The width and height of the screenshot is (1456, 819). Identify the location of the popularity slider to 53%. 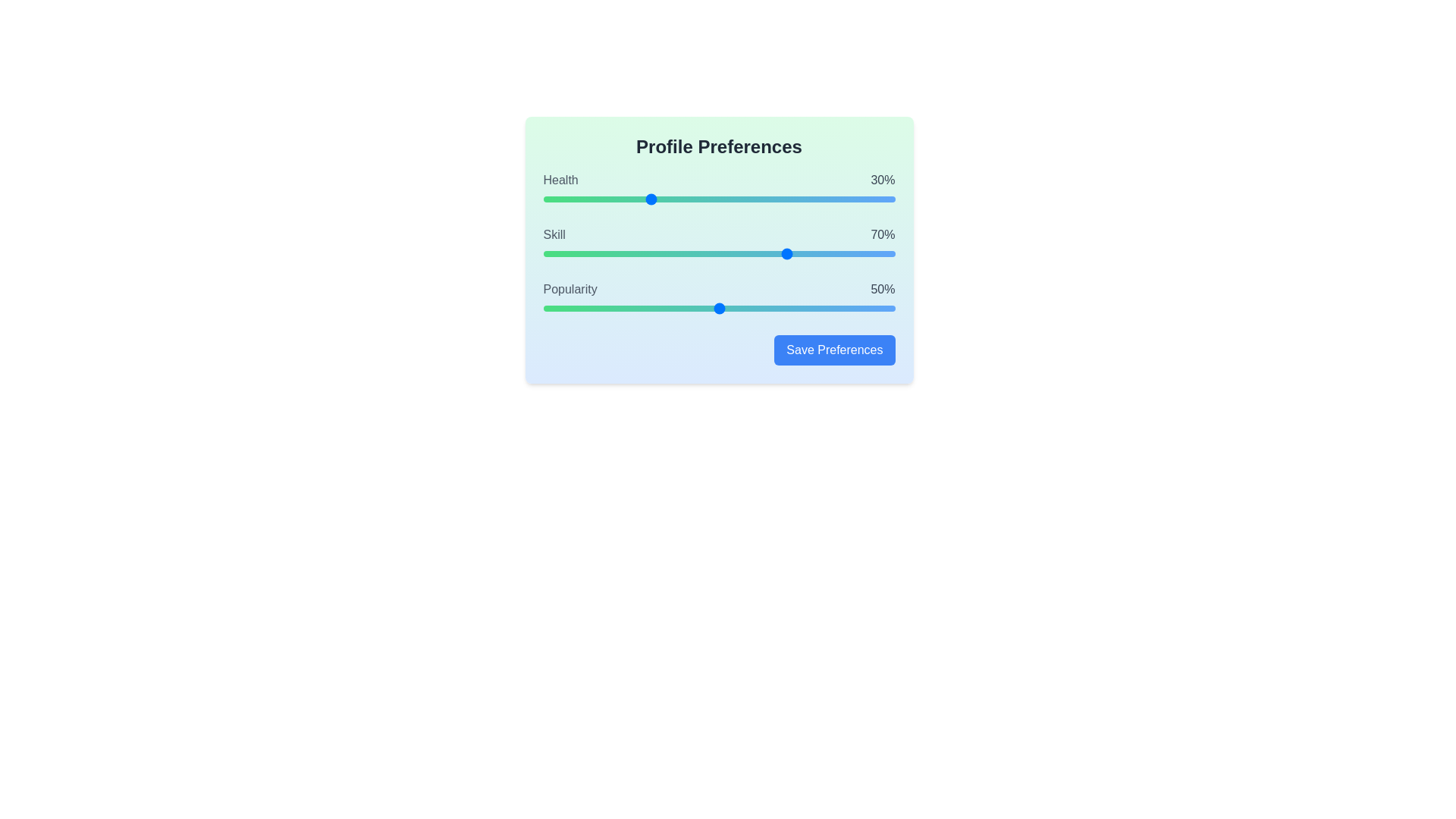
(730, 308).